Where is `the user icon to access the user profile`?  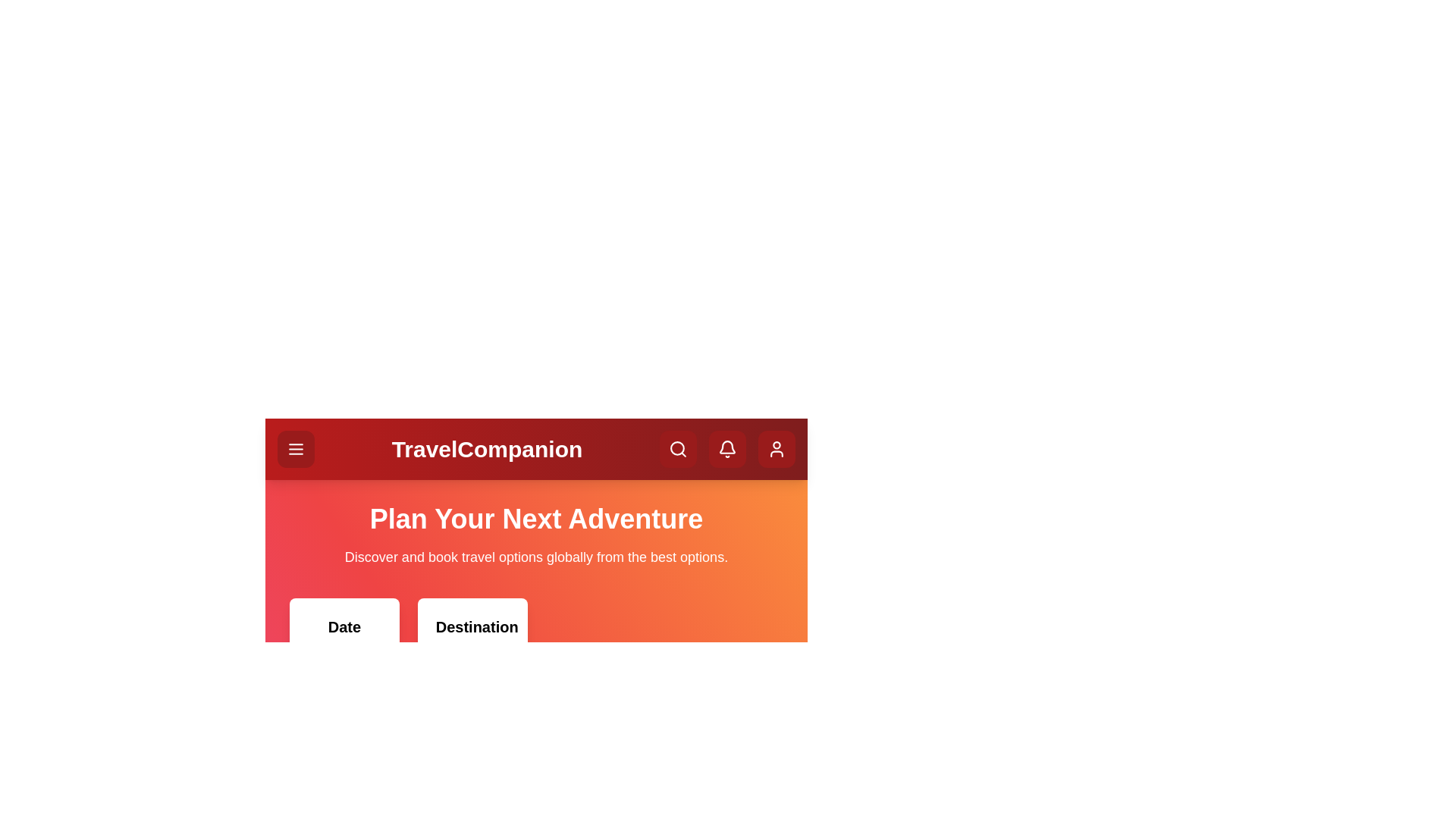
the user icon to access the user profile is located at coordinates (777, 448).